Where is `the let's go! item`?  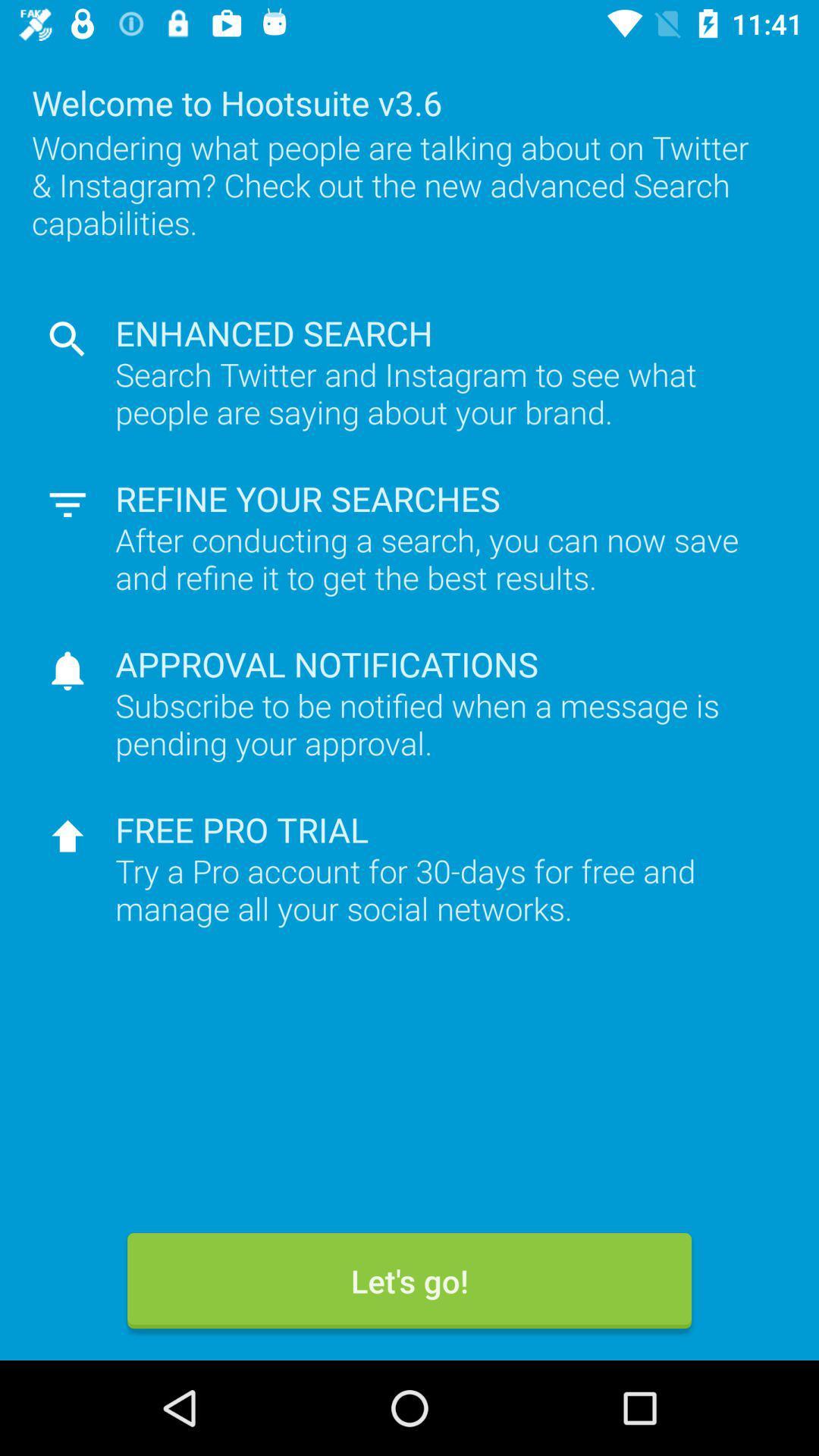 the let's go! item is located at coordinates (409, 1280).